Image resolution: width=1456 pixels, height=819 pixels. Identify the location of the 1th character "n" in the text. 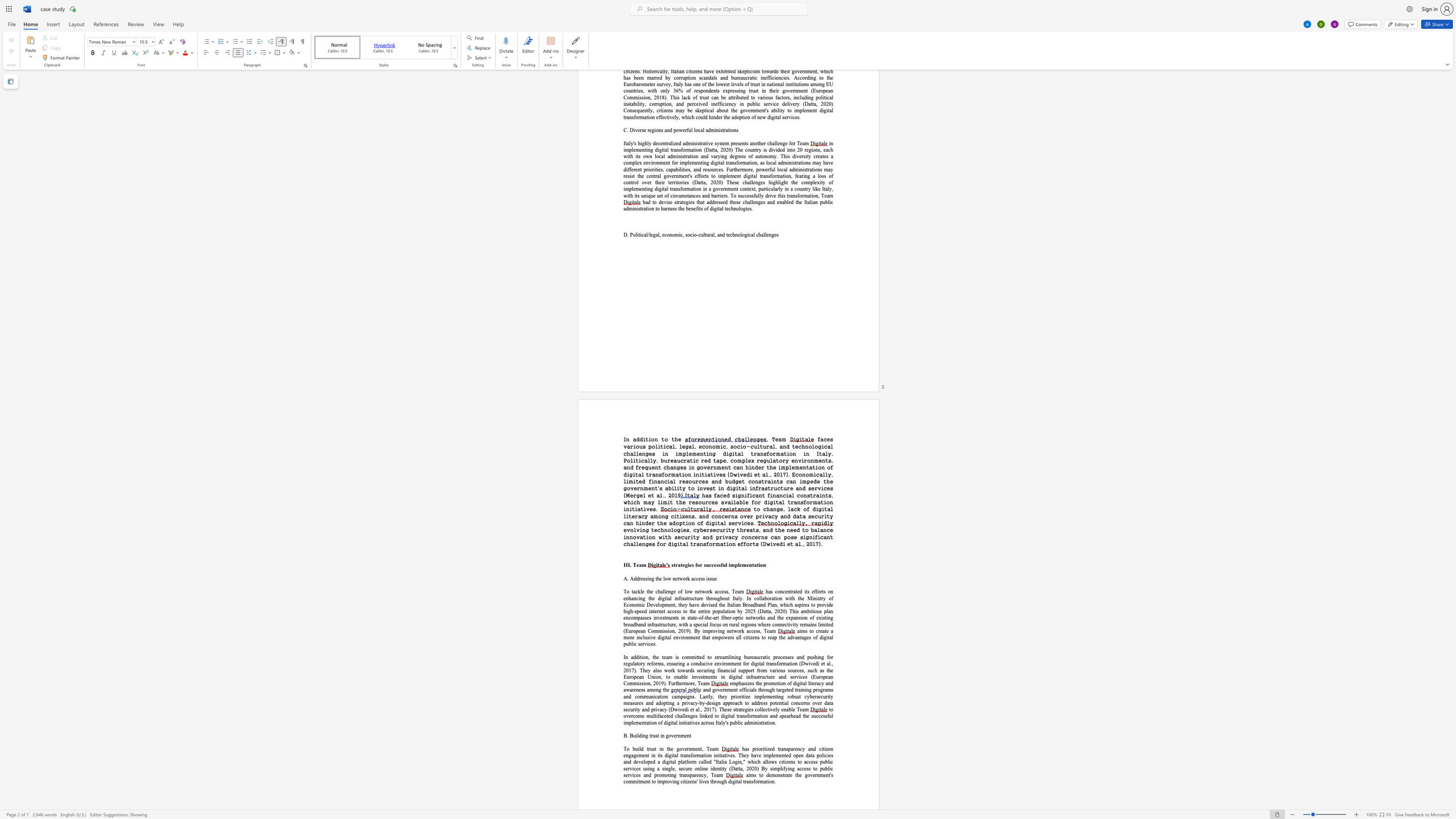
(778, 774).